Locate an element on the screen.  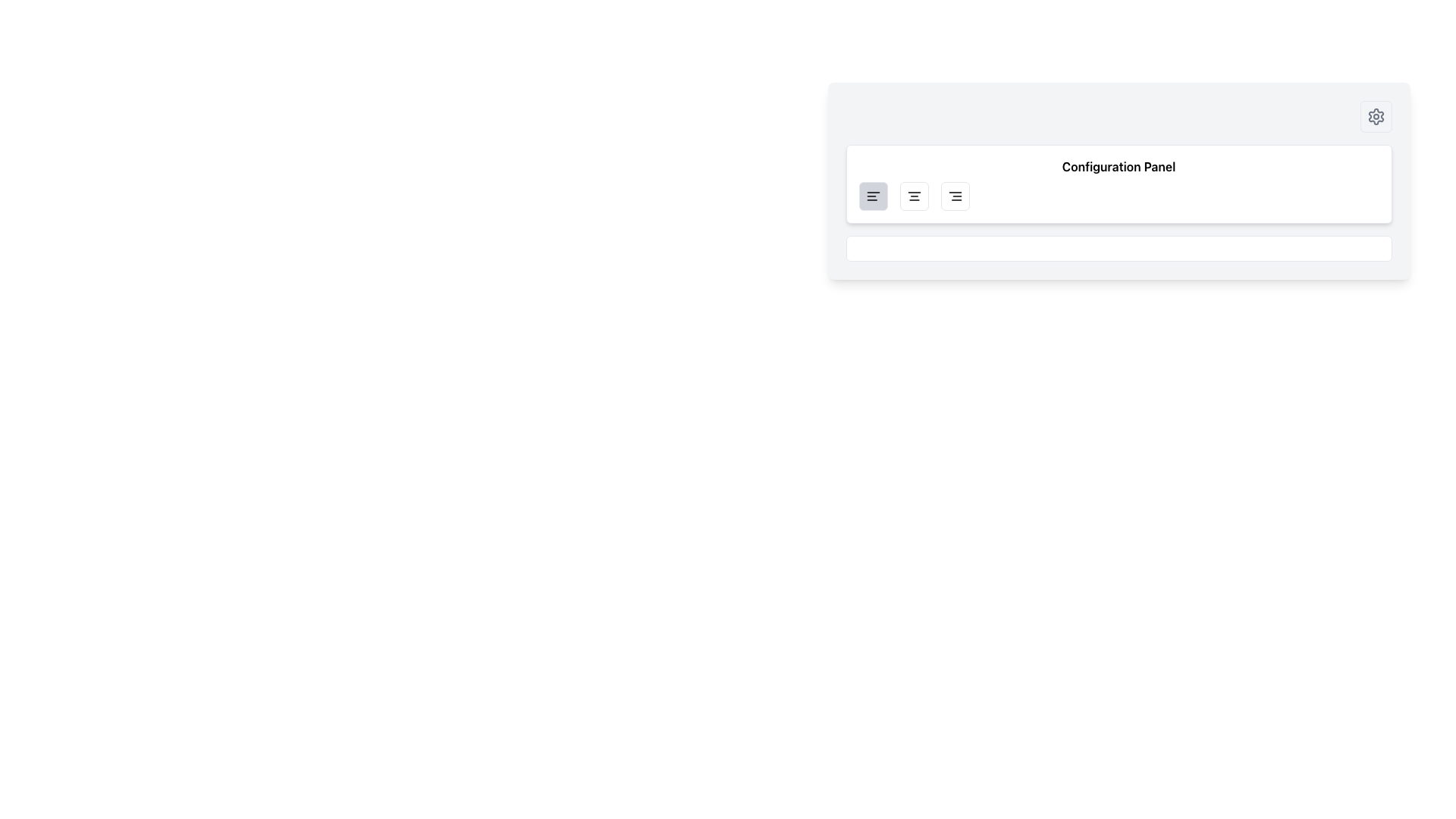
the right-align button icon, which is the third icon in a row of three alignment icons in the configuration panel is located at coordinates (954, 195).